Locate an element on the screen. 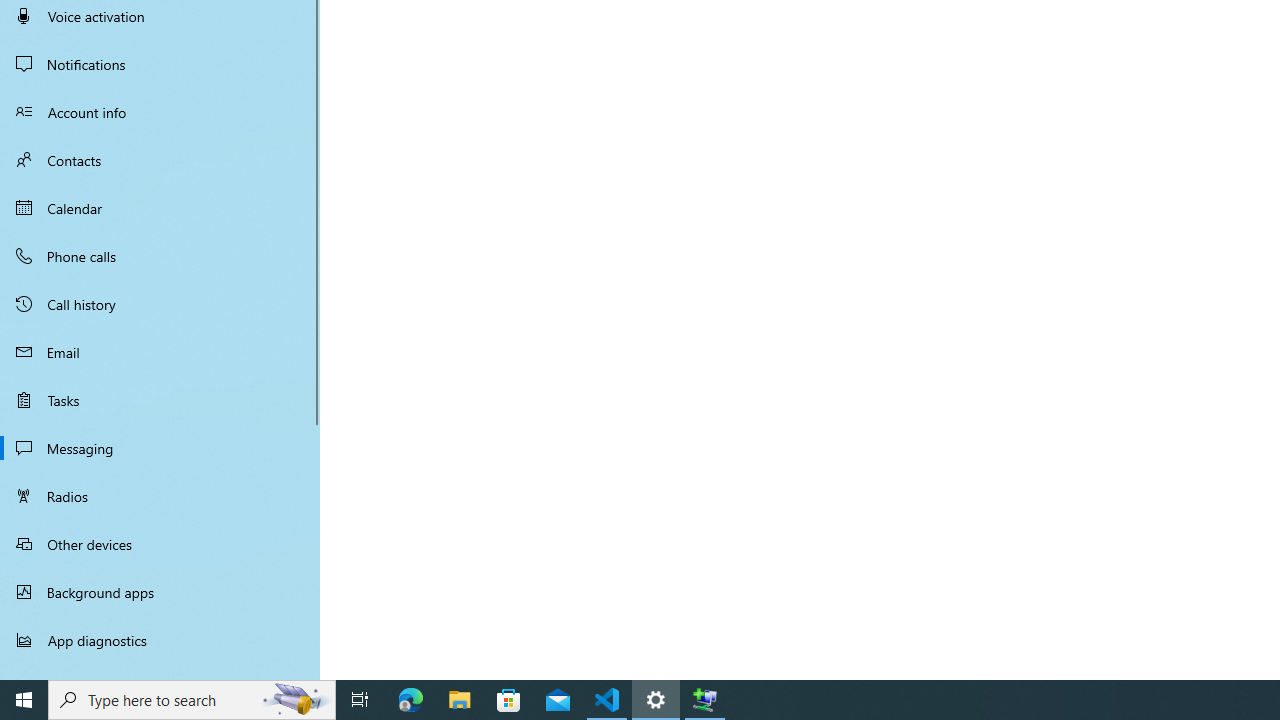  'Phone calls' is located at coordinates (160, 254).